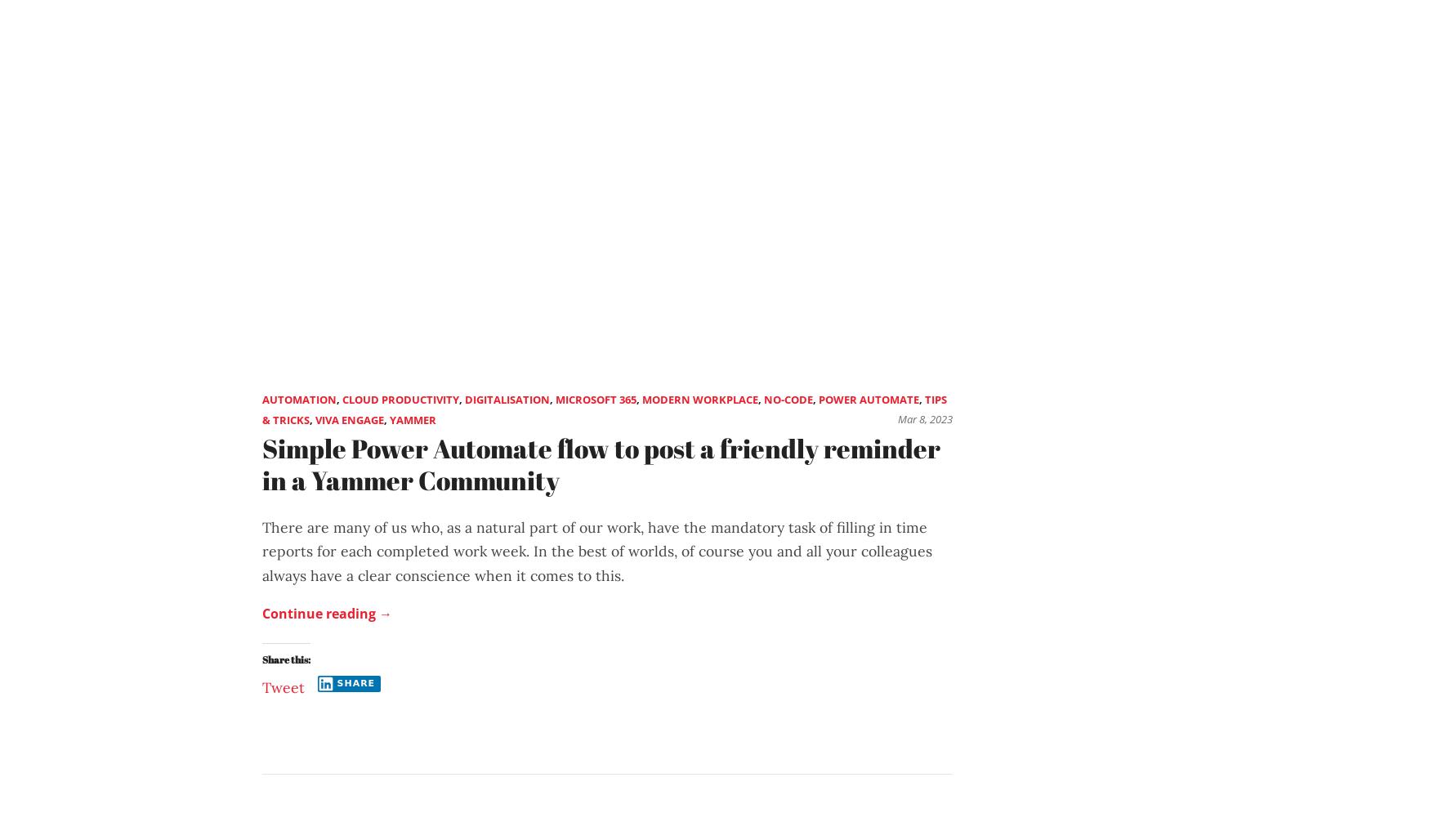 This screenshot has height=840, width=1456. What do you see at coordinates (282, 686) in the screenshot?
I see `'Tweet'` at bounding box center [282, 686].